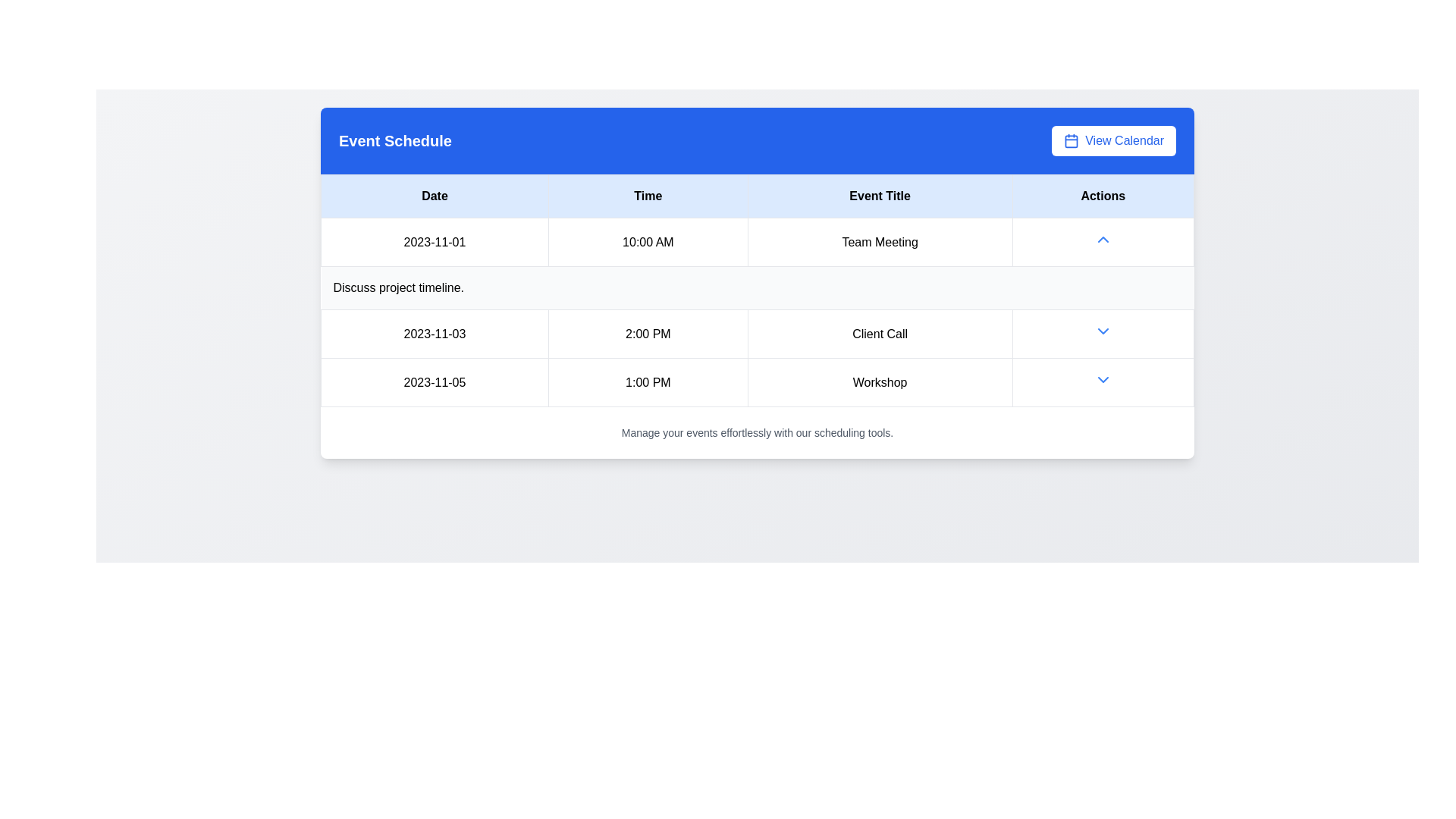 The height and width of the screenshot is (819, 1456). What do you see at coordinates (1125, 140) in the screenshot?
I see `the 'View Calendar' text label located in the top right corner of a table header, adjacent to the calendar icon` at bounding box center [1125, 140].